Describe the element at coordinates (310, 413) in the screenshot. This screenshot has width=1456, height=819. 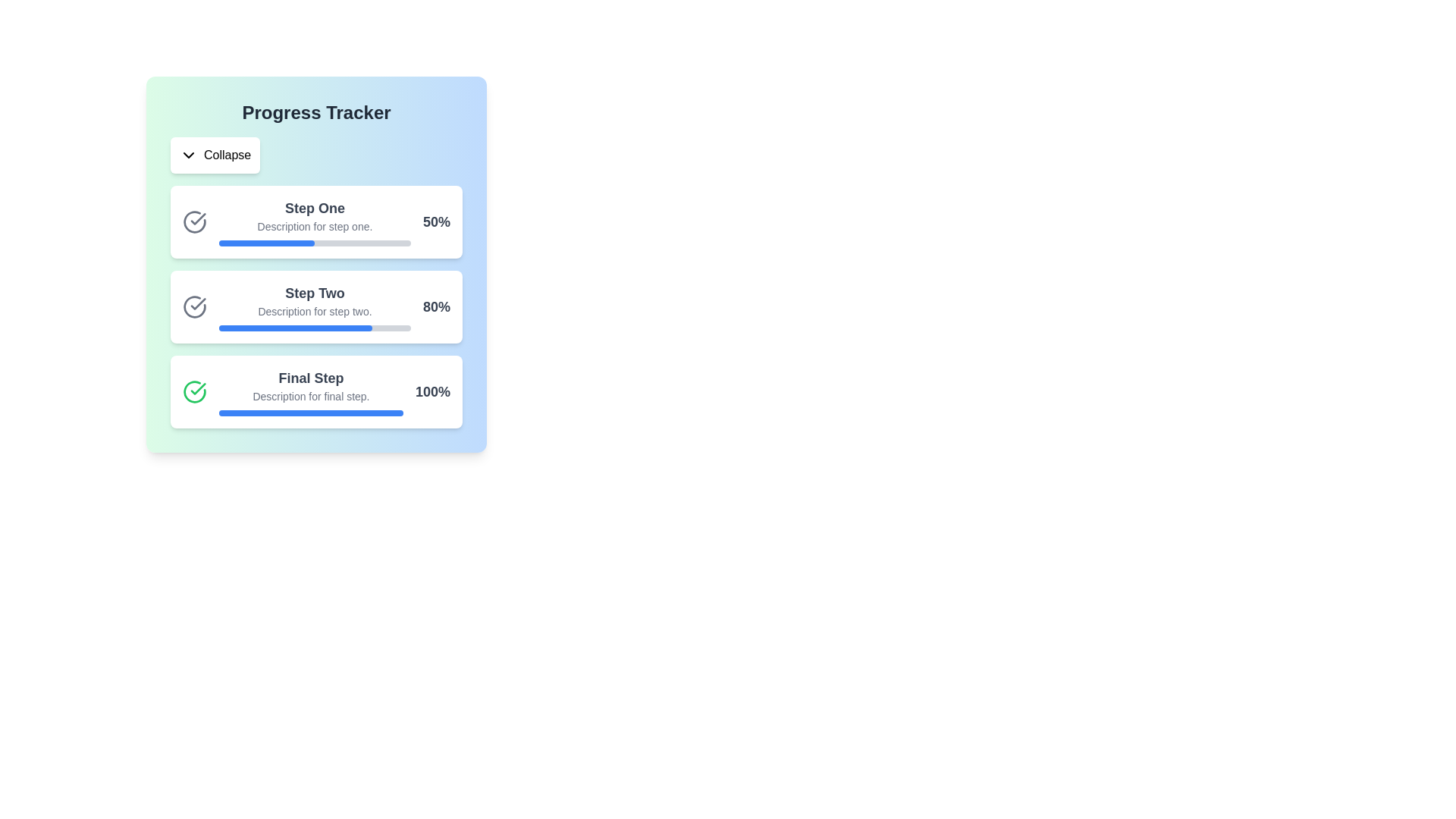
I see `the progress bar located in the 'Final Step' section of the progress tracker, which visually indicates task completion with a filled blue bar` at that location.